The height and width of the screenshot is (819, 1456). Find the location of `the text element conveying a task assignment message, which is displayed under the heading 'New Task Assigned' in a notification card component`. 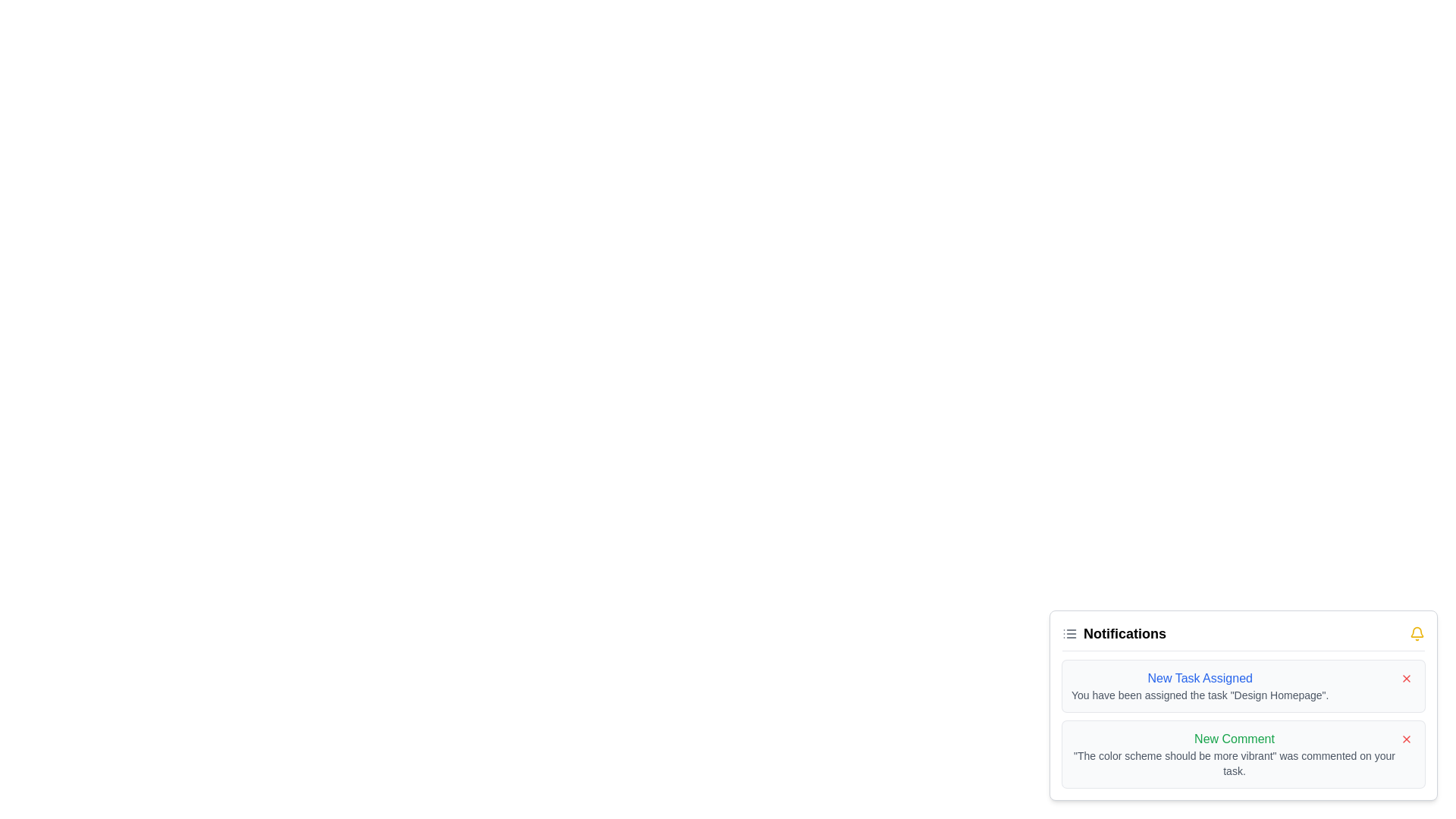

the text element conveying a task assignment message, which is displayed under the heading 'New Task Assigned' in a notification card component is located at coordinates (1199, 695).